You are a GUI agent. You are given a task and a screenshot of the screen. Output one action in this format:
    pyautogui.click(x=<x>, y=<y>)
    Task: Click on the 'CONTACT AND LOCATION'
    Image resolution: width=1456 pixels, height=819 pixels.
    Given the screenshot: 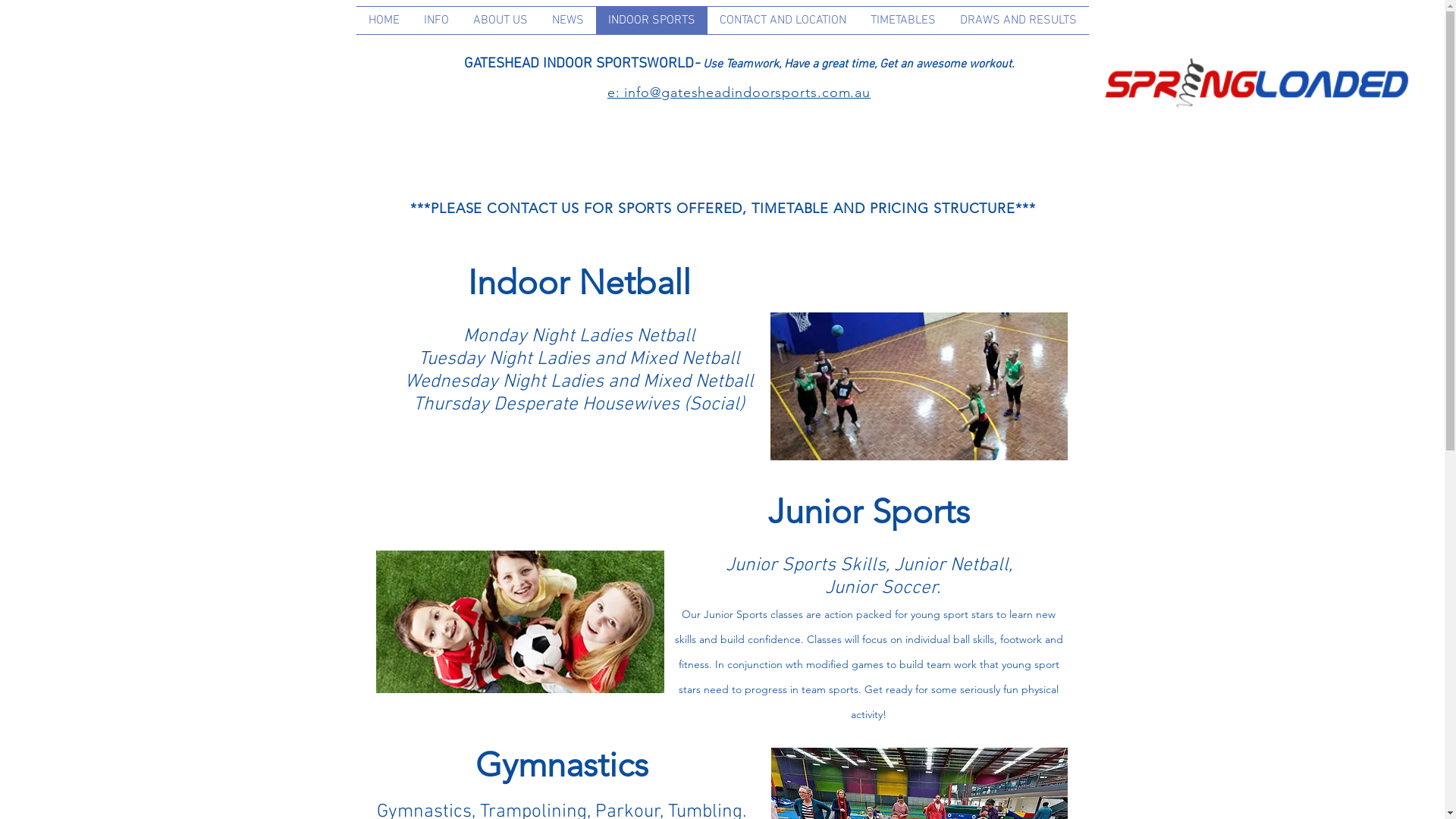 What is the action you would take?
    pyautogui.click(x=782, y=20)
    